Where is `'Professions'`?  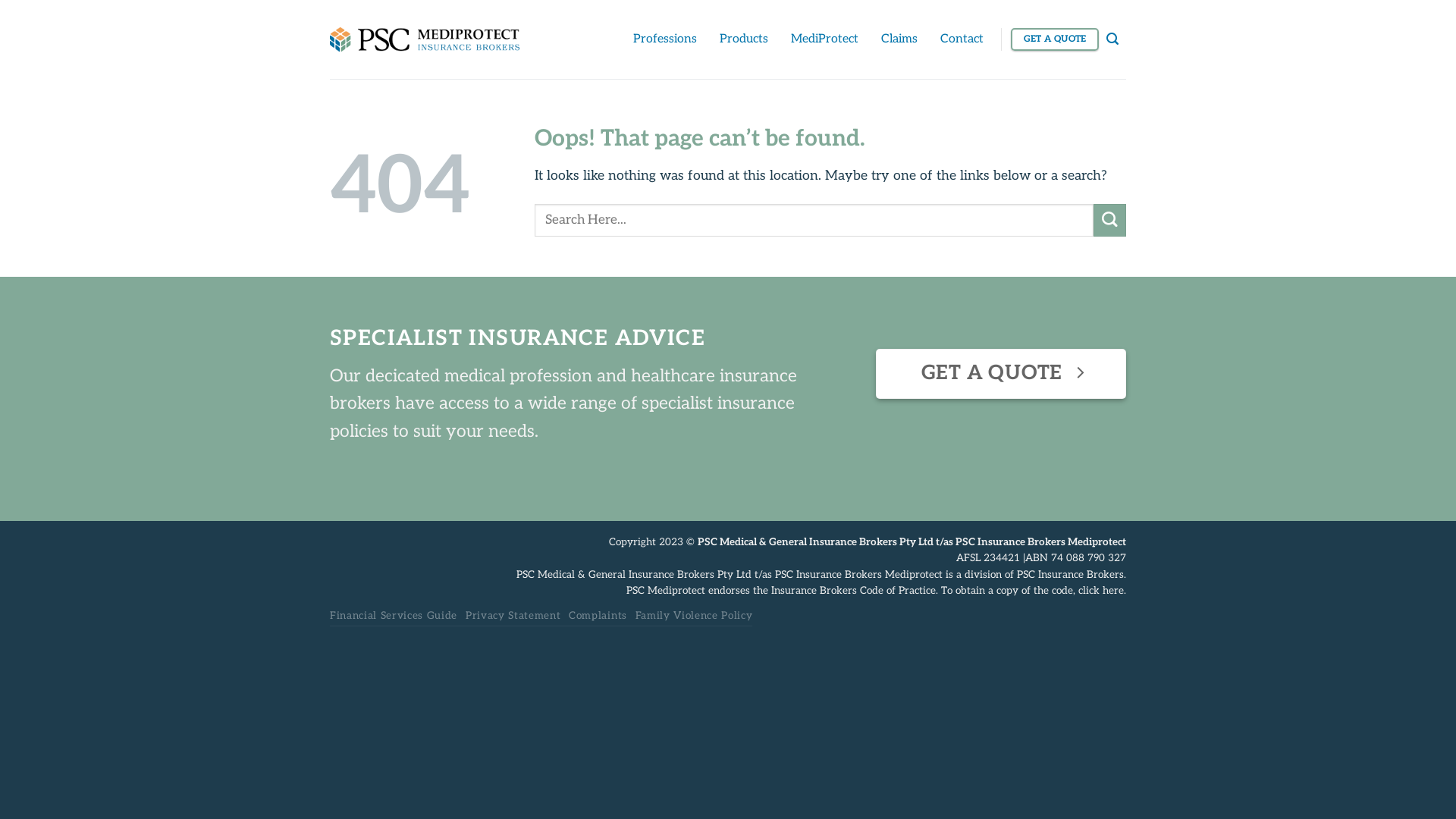
'Professions' is located at coordinates (665, 38).